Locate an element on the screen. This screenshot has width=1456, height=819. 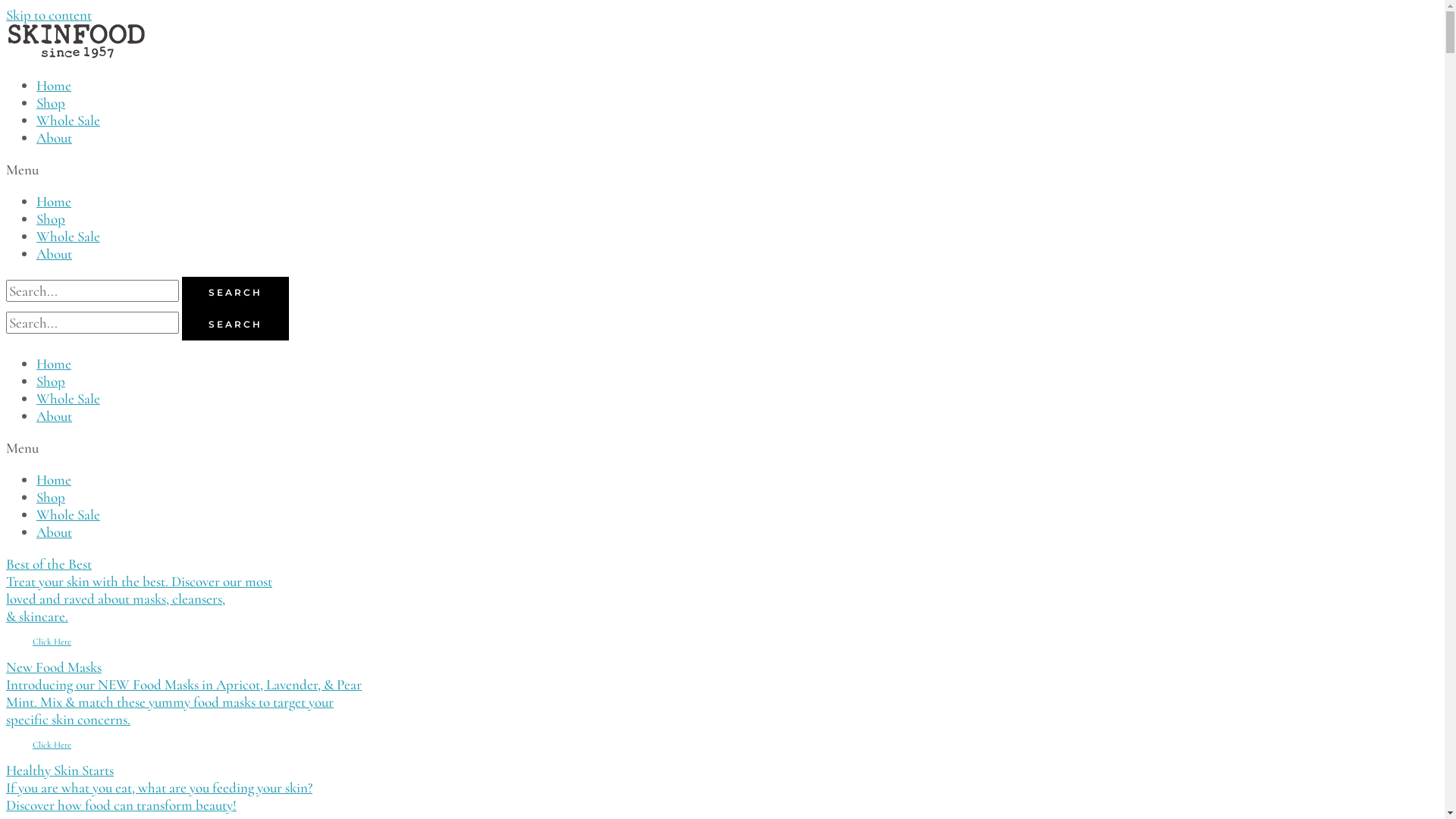
'About' is located at coordinates (54, 531).